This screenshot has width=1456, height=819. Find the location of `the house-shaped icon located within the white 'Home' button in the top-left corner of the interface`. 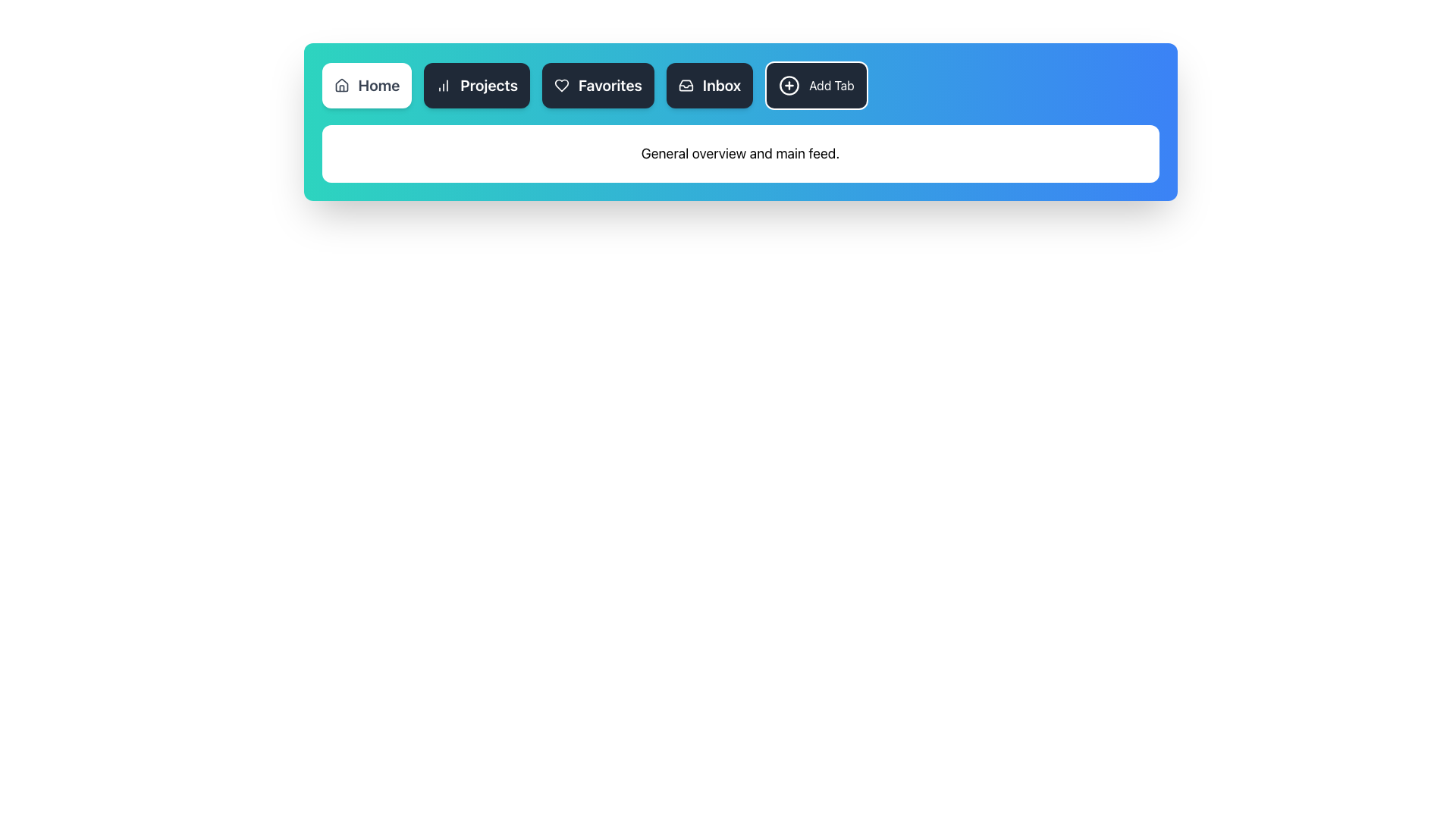

the house-shaped icon located within the white 'Home' button in the top-left corner of the interface is located at coordinates (340, 85).